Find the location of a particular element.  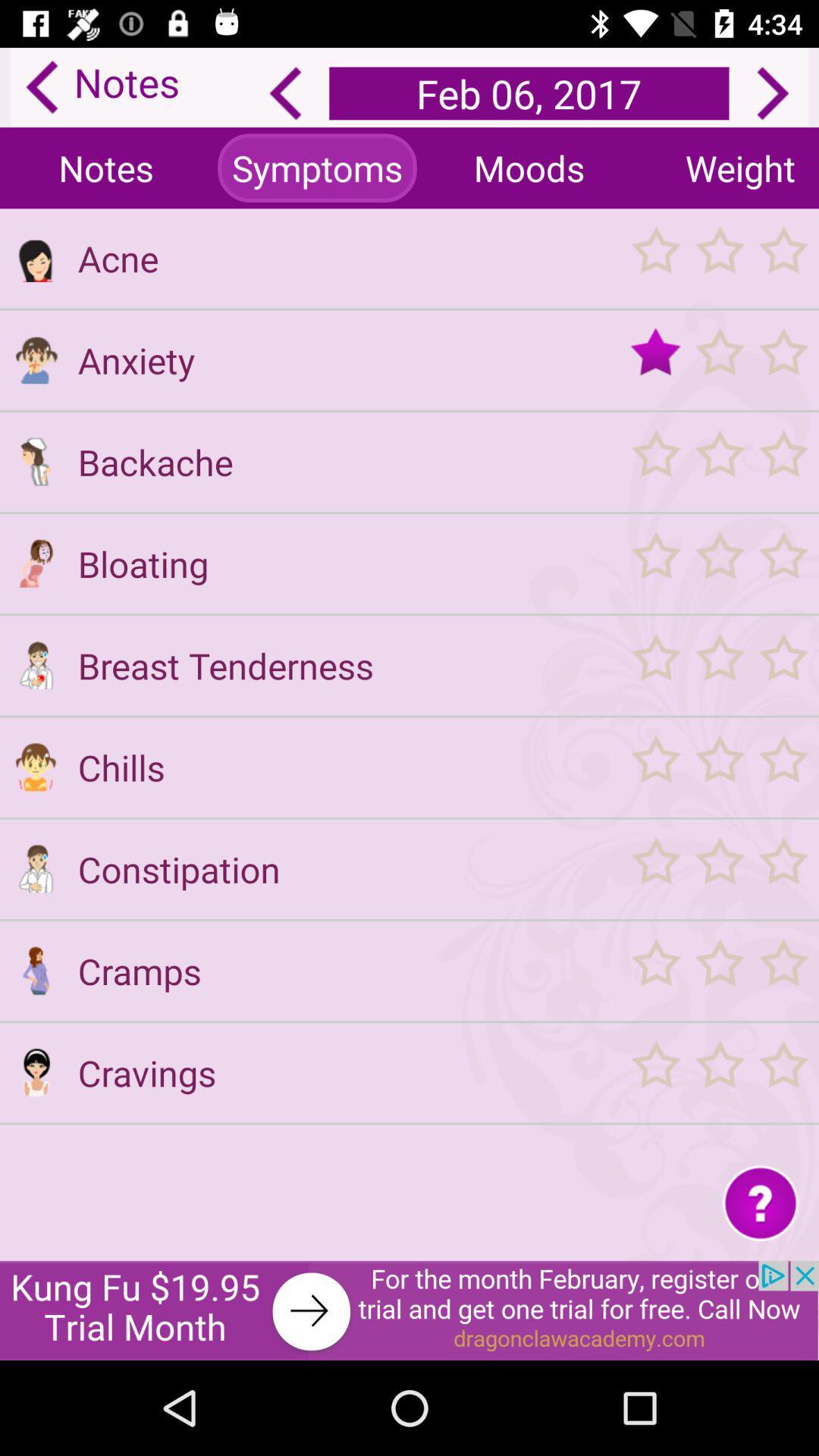

breast tenderness choice is located at coordinates (35, 665).